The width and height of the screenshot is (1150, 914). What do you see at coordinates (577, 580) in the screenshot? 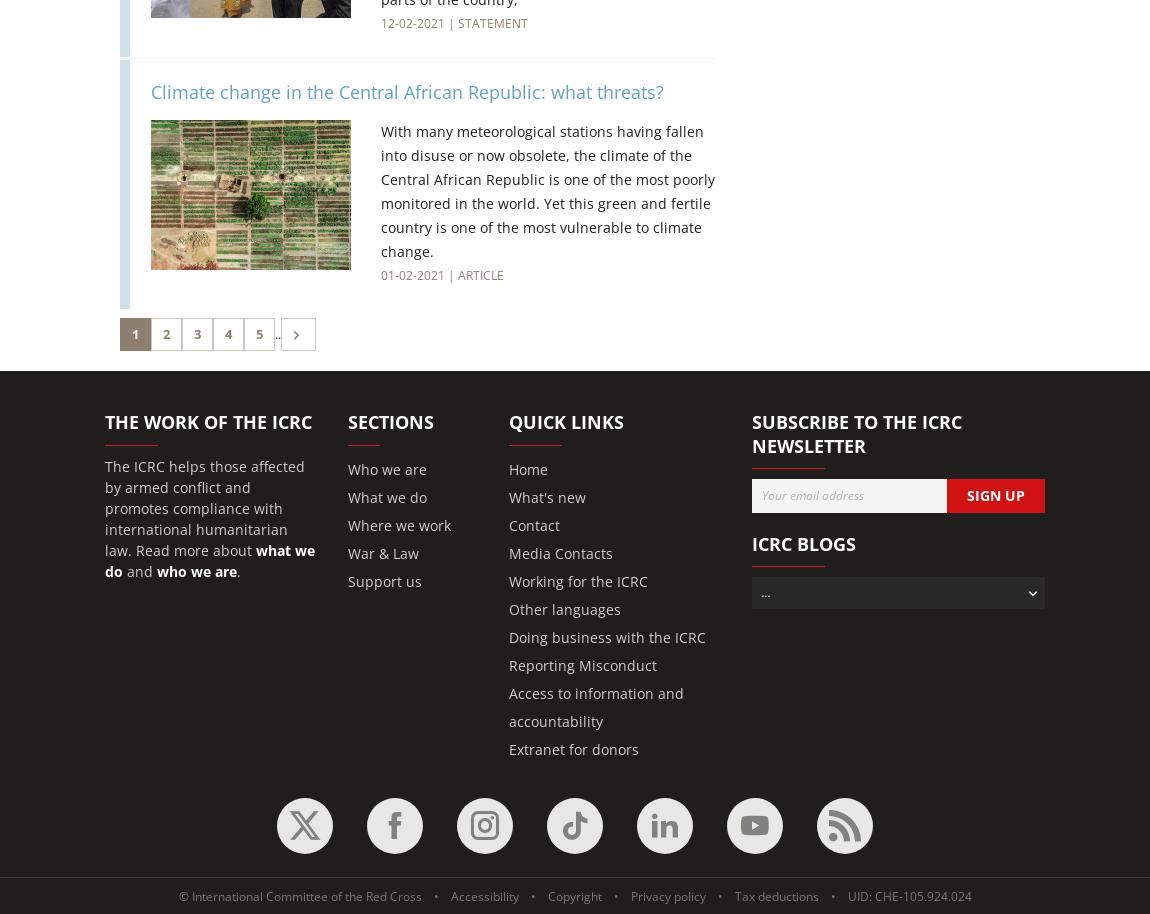
I see `'Working for the ICRC'` at bounding box center [577, 580].